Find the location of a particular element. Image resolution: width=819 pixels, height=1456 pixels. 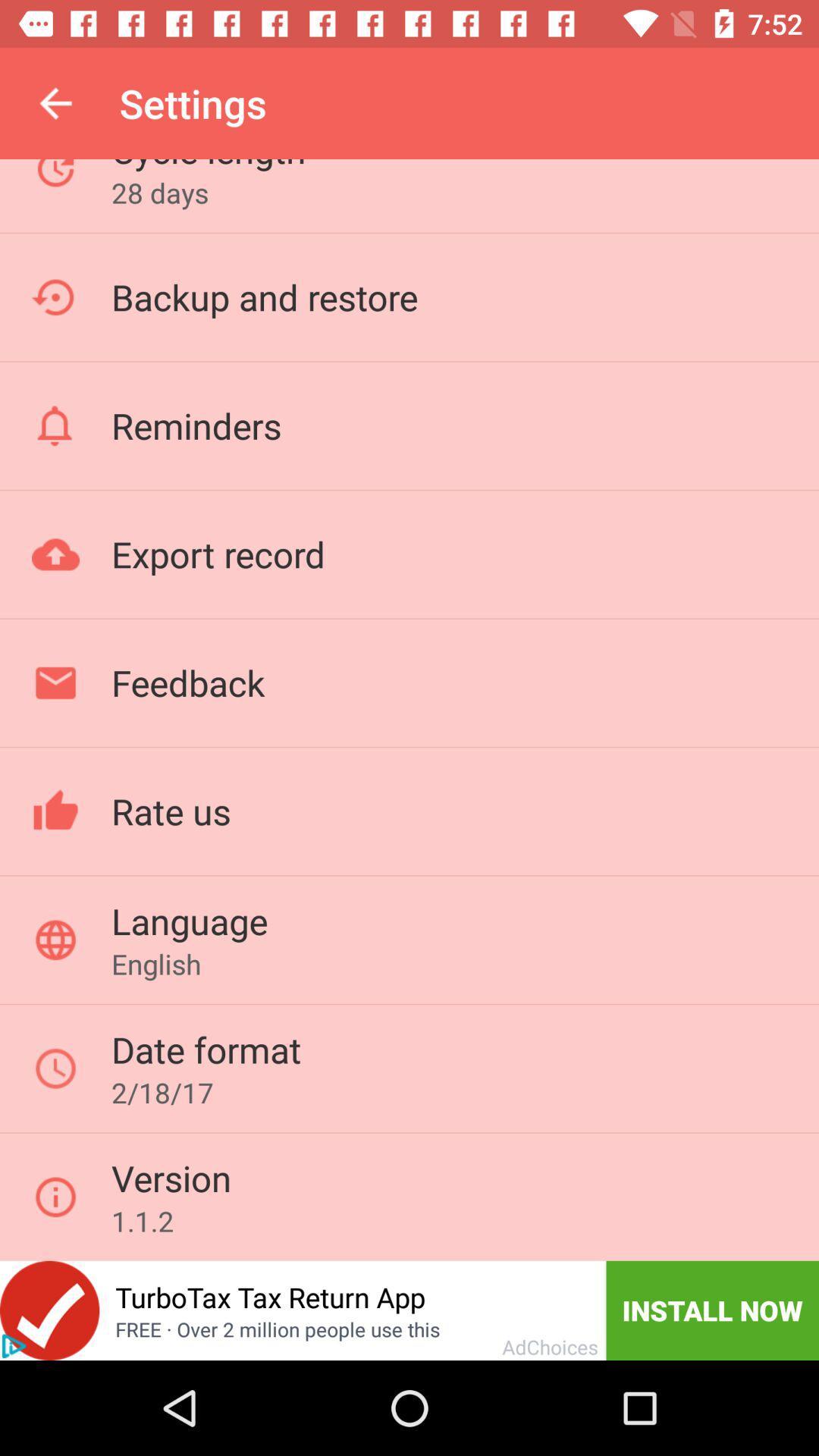

28 days is located at coordinates (160, 192).